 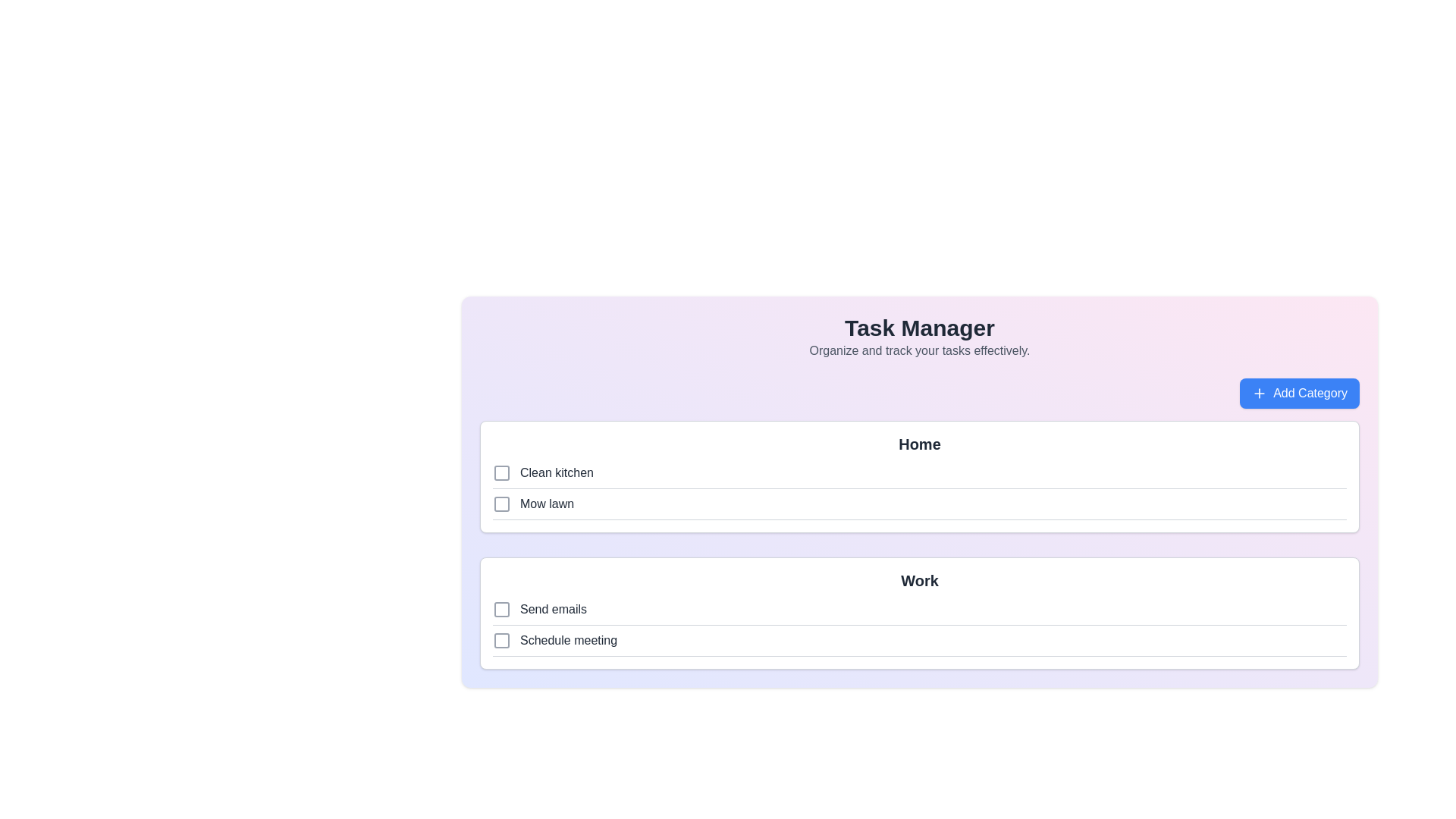 I want to click on the square-shaped checkbox with a white center and gray border located near the 'Schedule meeting' text in the 'Work' section of the checklist, so click(x=502, y=640).